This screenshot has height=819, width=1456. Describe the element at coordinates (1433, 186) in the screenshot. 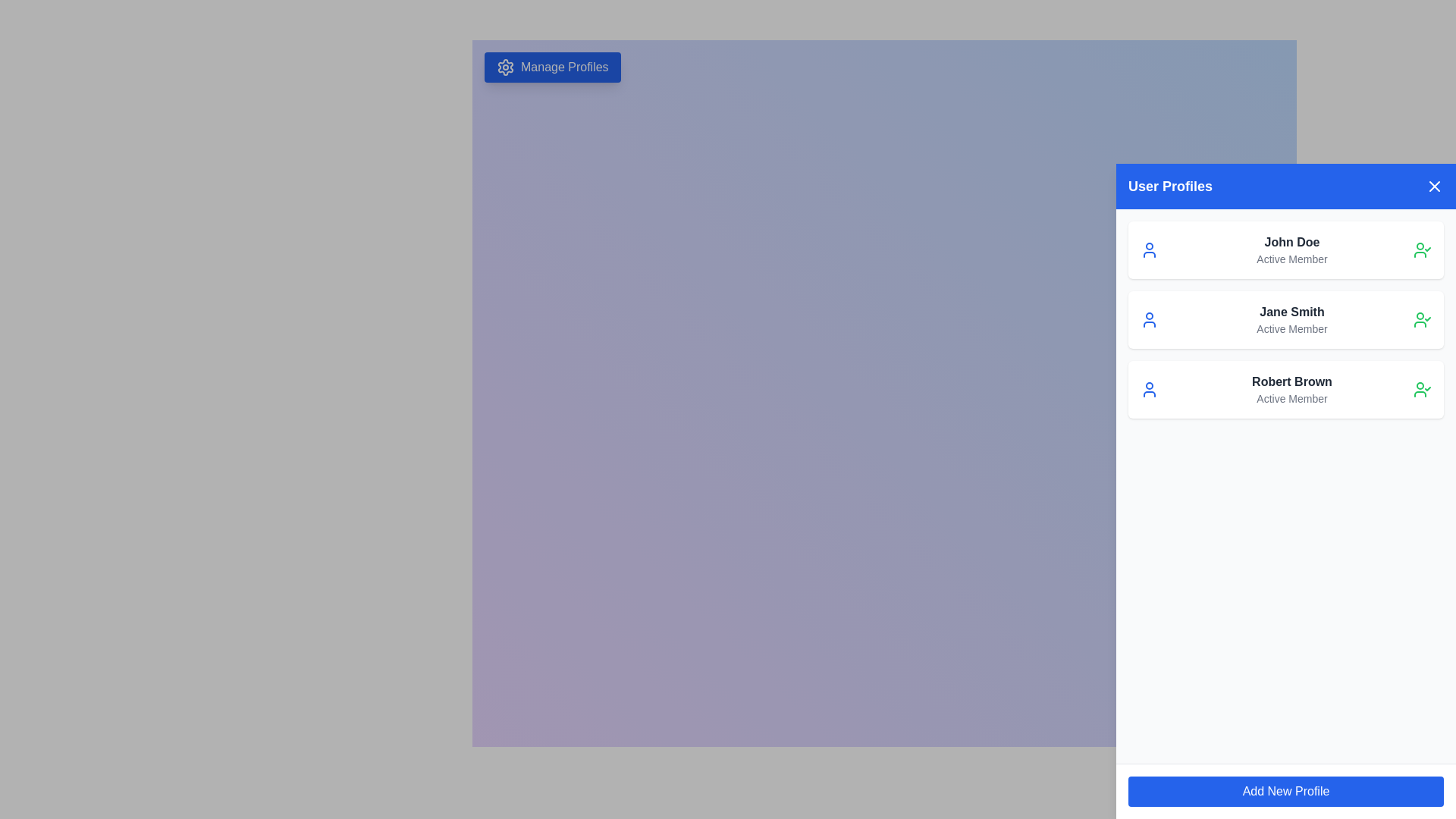

I see `the close button icon located at the top right corner of the 'User Profiles' panel, which is implemented as an SVG element` at that location.